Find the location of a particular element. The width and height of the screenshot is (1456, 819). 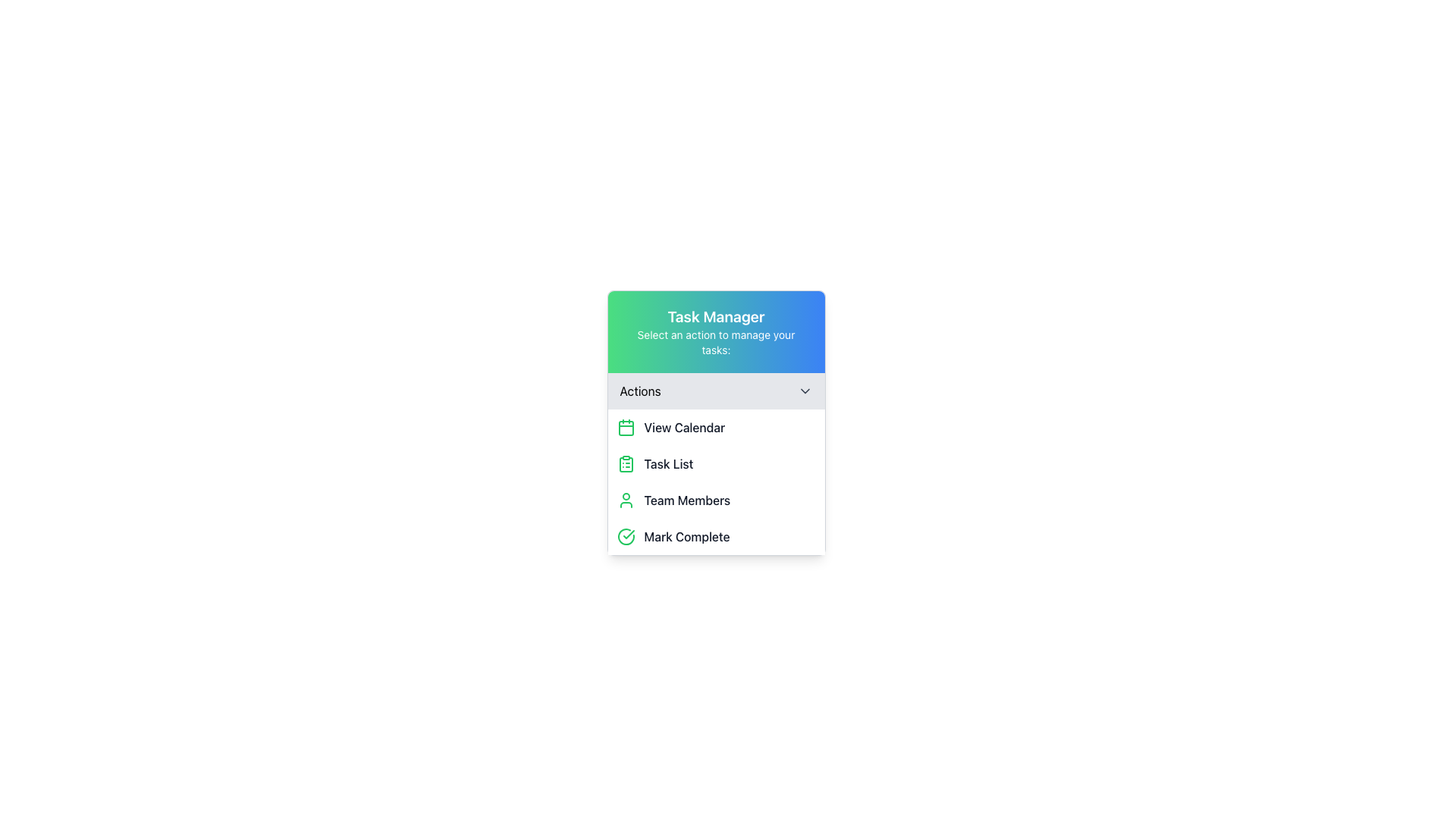

the label indicating the functionality of marking a task or item as complete, located at the bottom of the action menu next to a circular green checkmark icon is located at coordinates (686, 536).